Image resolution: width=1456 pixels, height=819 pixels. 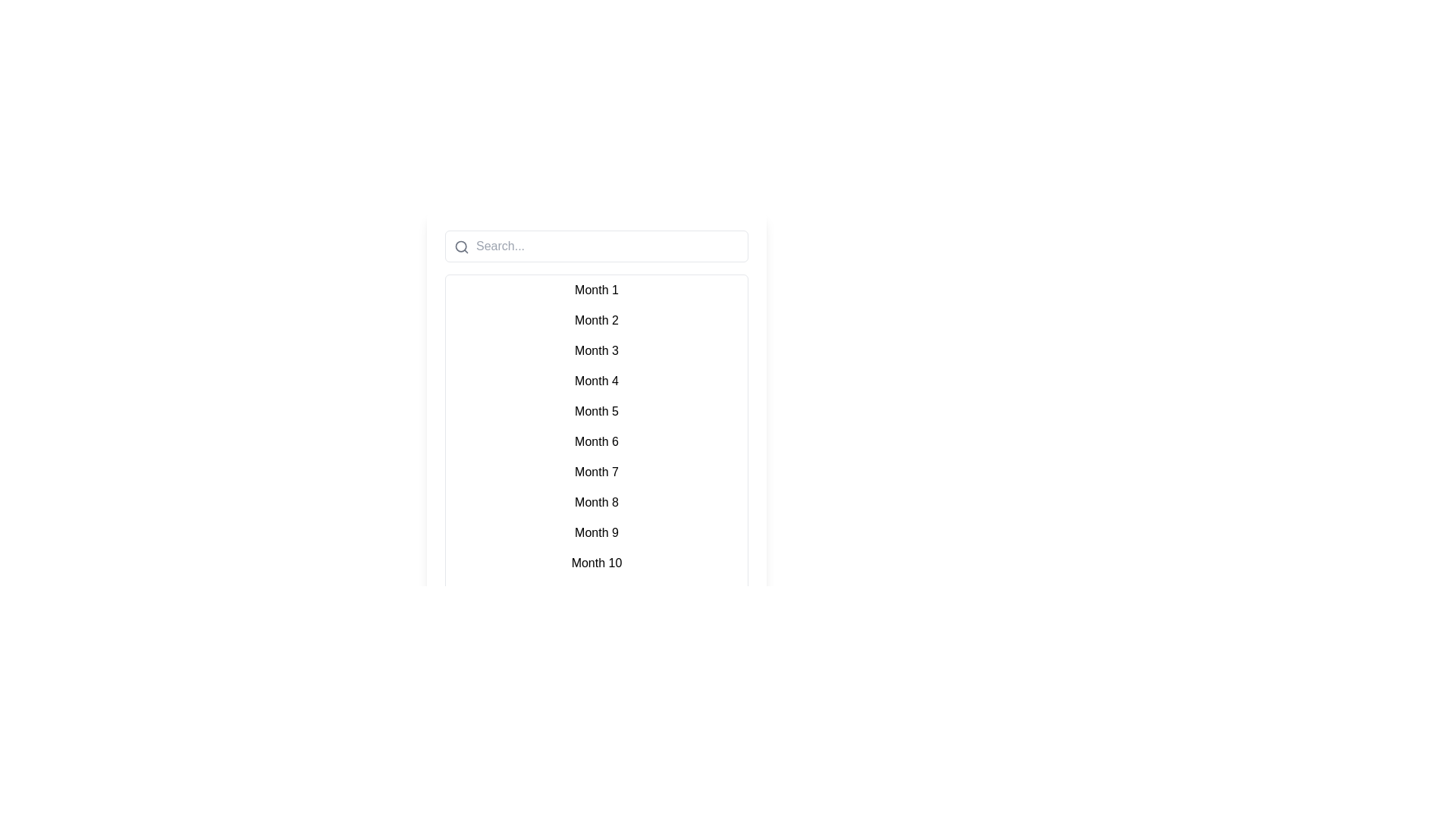 I want to click on the first list item labeled 'Month 1', which is a rectangular item in a vertical list of months, so click(x=596, y=290).